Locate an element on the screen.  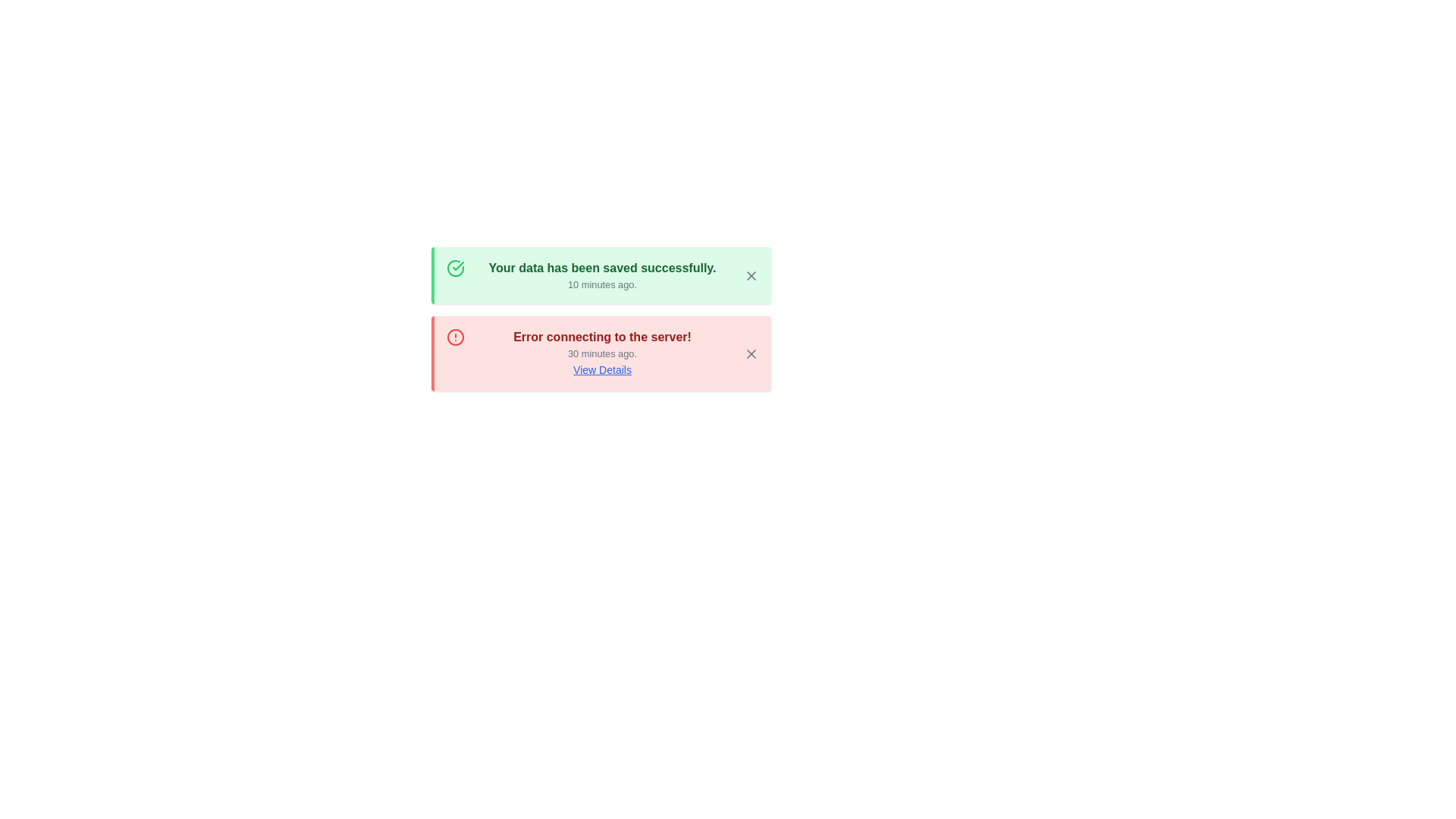
the circular icon with a green border and a green checkmark inside, which represents confirmation or success, located within the green success notification at the top, before the text 'Your data has been saved successfully.' is located at coordinates (454, 268).